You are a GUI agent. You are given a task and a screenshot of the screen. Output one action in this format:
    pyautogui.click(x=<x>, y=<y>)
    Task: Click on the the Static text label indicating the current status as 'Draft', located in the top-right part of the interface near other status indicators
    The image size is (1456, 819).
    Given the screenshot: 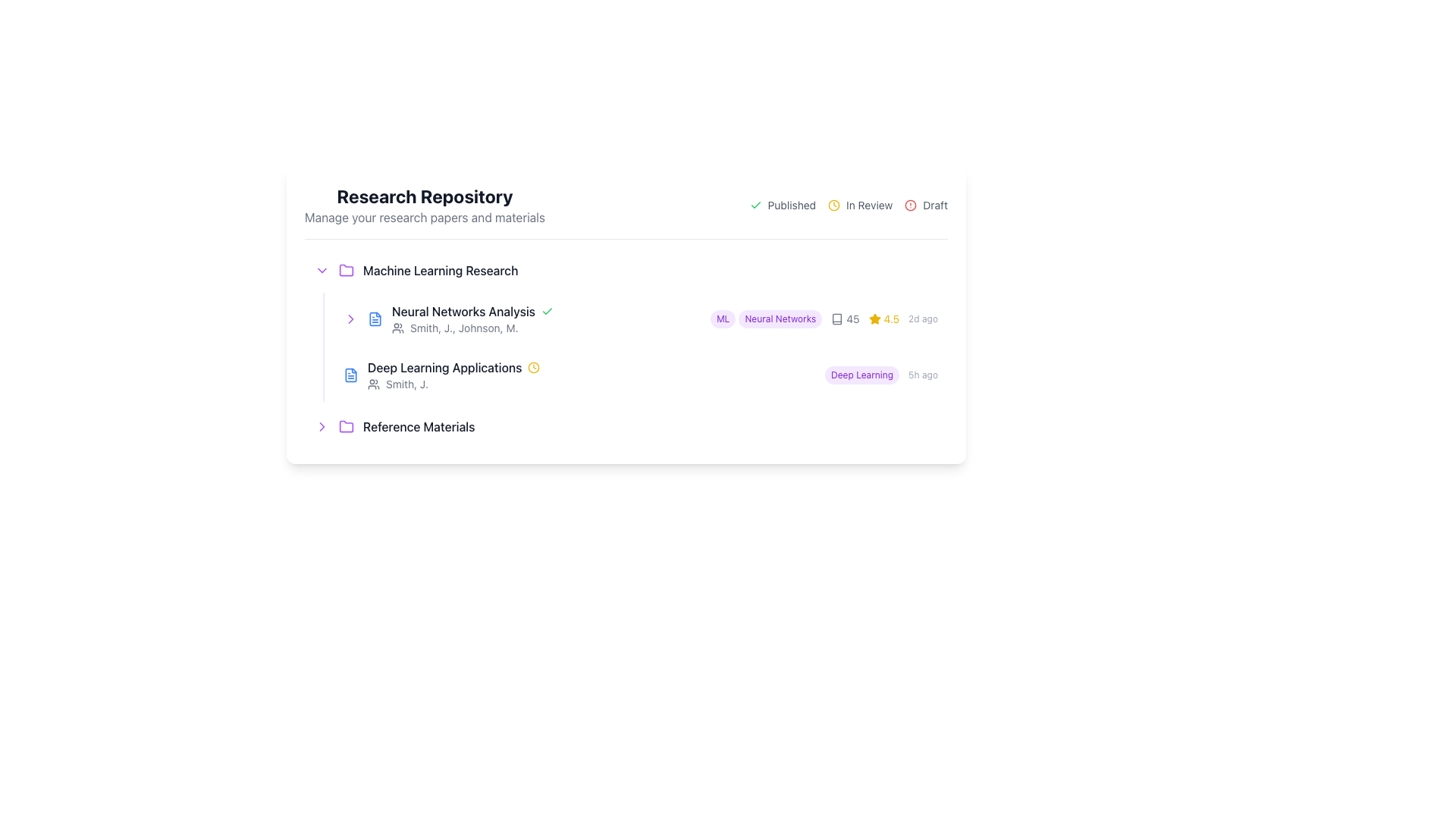 What is the action you would take?
    pyautogui.click(x=934, y=205)
    